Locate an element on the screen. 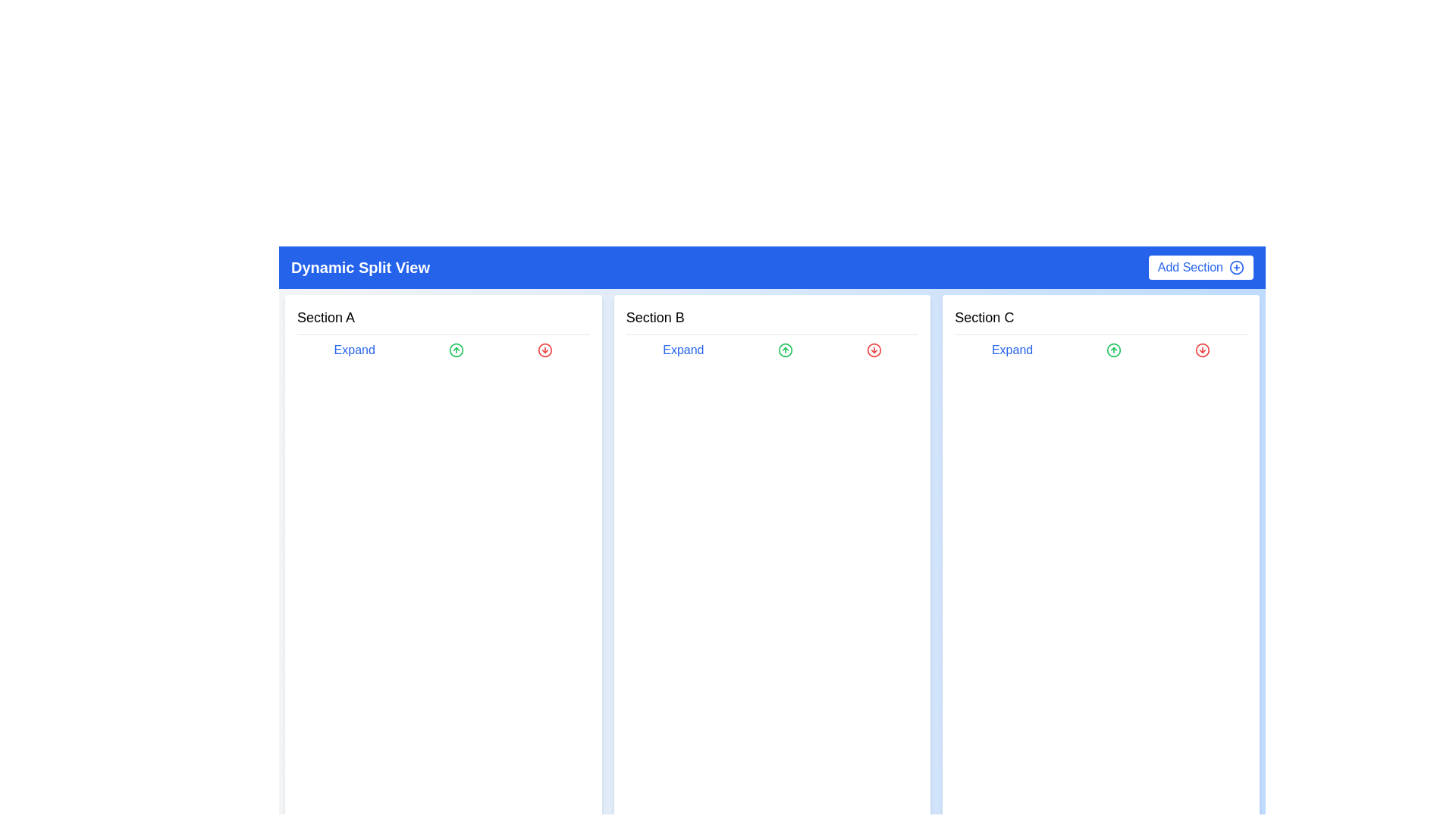 The width and height of the screenshot is (1456, 819). text from the text label displaying 'Section A' in bold font style located at the upper-left corner of its column is located at coordinates (325, 317).